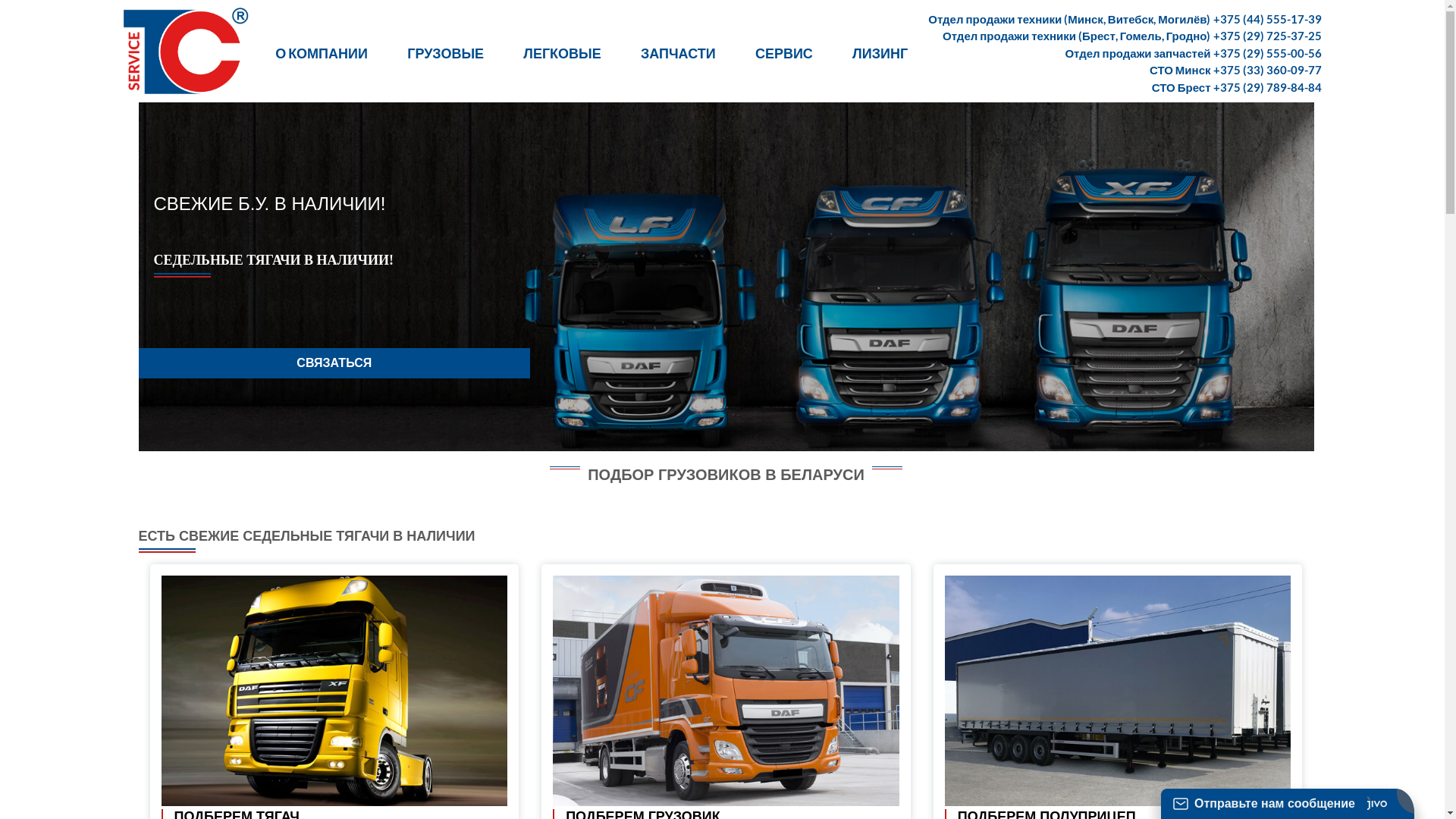  I want to click on '+375 (44) 555-17-39', so click(1267, 18).